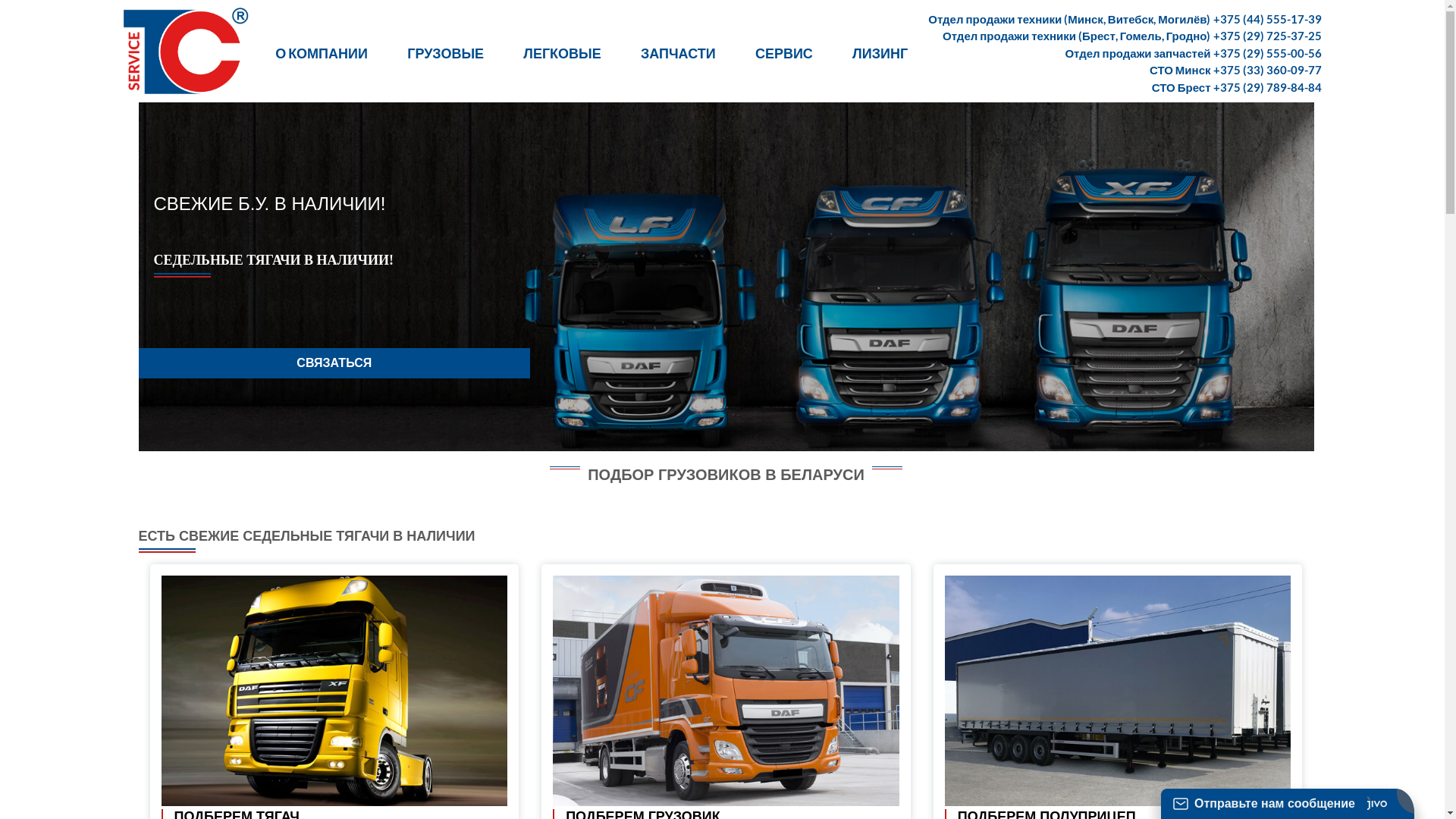  I want to click on '+375 (44) 555-17-39', so click(1267, 18).